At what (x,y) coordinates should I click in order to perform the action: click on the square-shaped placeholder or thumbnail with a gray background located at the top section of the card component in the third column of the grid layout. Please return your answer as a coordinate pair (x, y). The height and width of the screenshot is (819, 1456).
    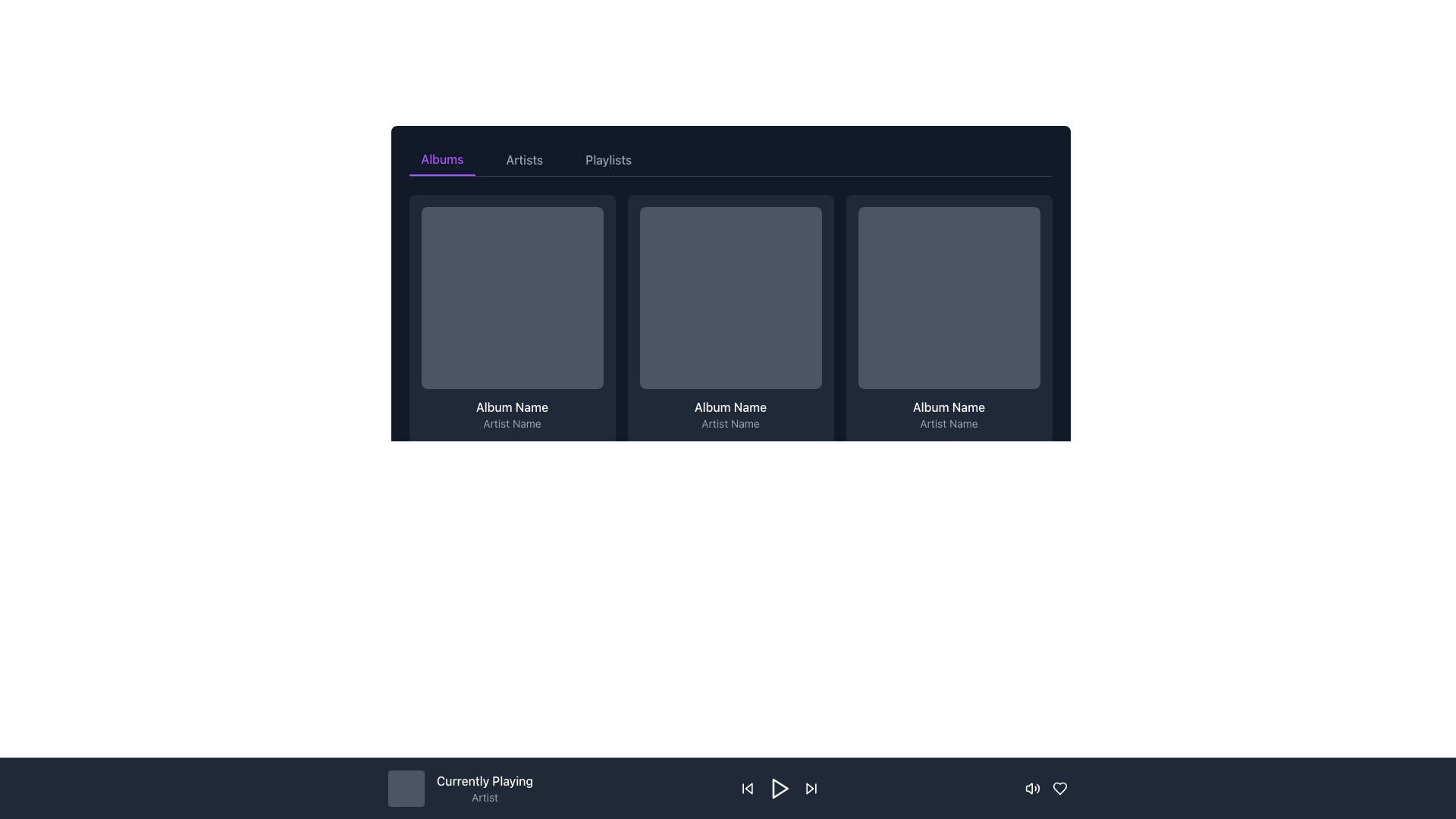
    Looking at the image, I should click on (948, 298).